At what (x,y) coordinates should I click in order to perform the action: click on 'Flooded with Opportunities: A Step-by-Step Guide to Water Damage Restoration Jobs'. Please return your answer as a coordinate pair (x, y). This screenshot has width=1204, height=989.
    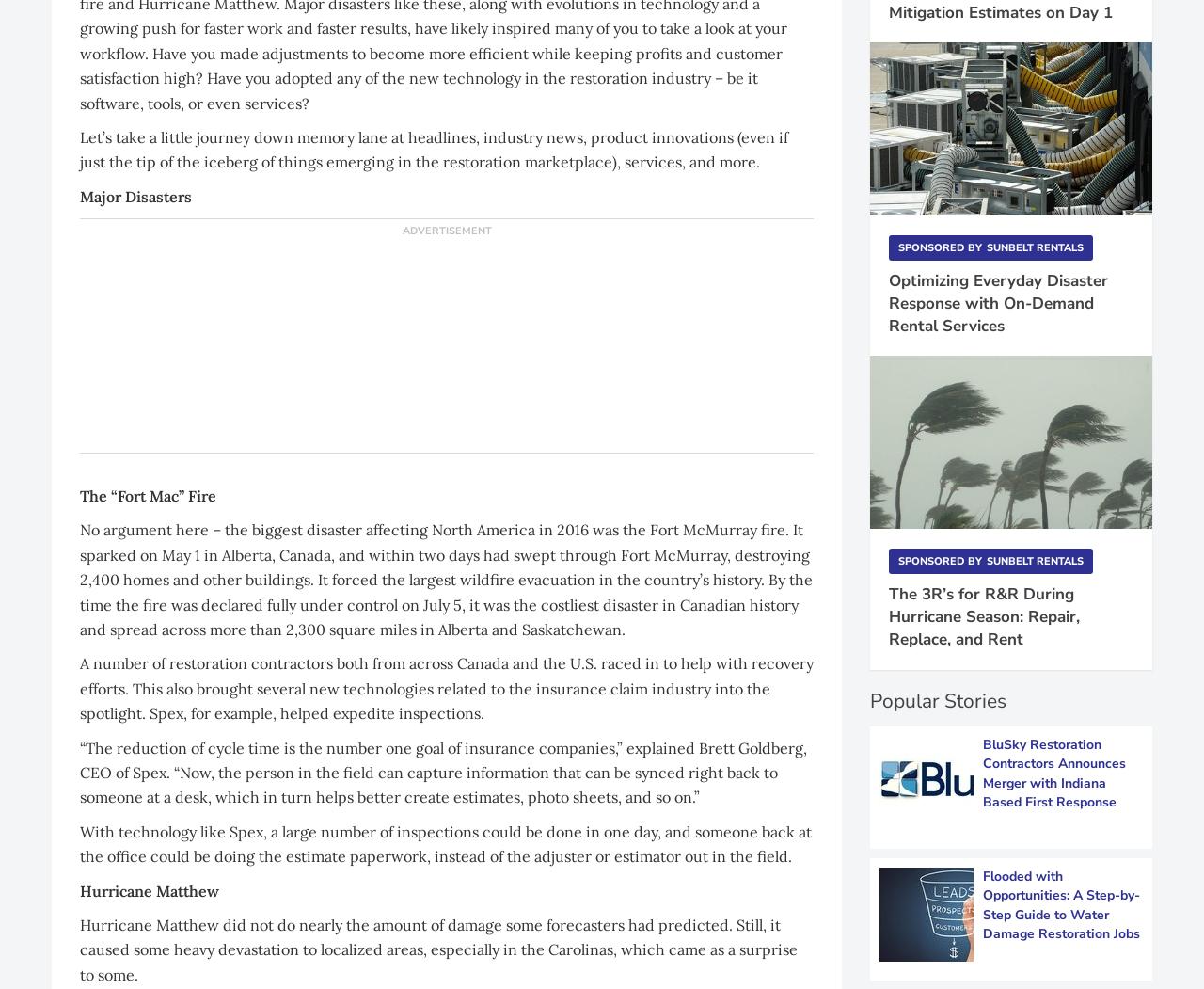
    Looking at the image, I should click on (1061, 903).